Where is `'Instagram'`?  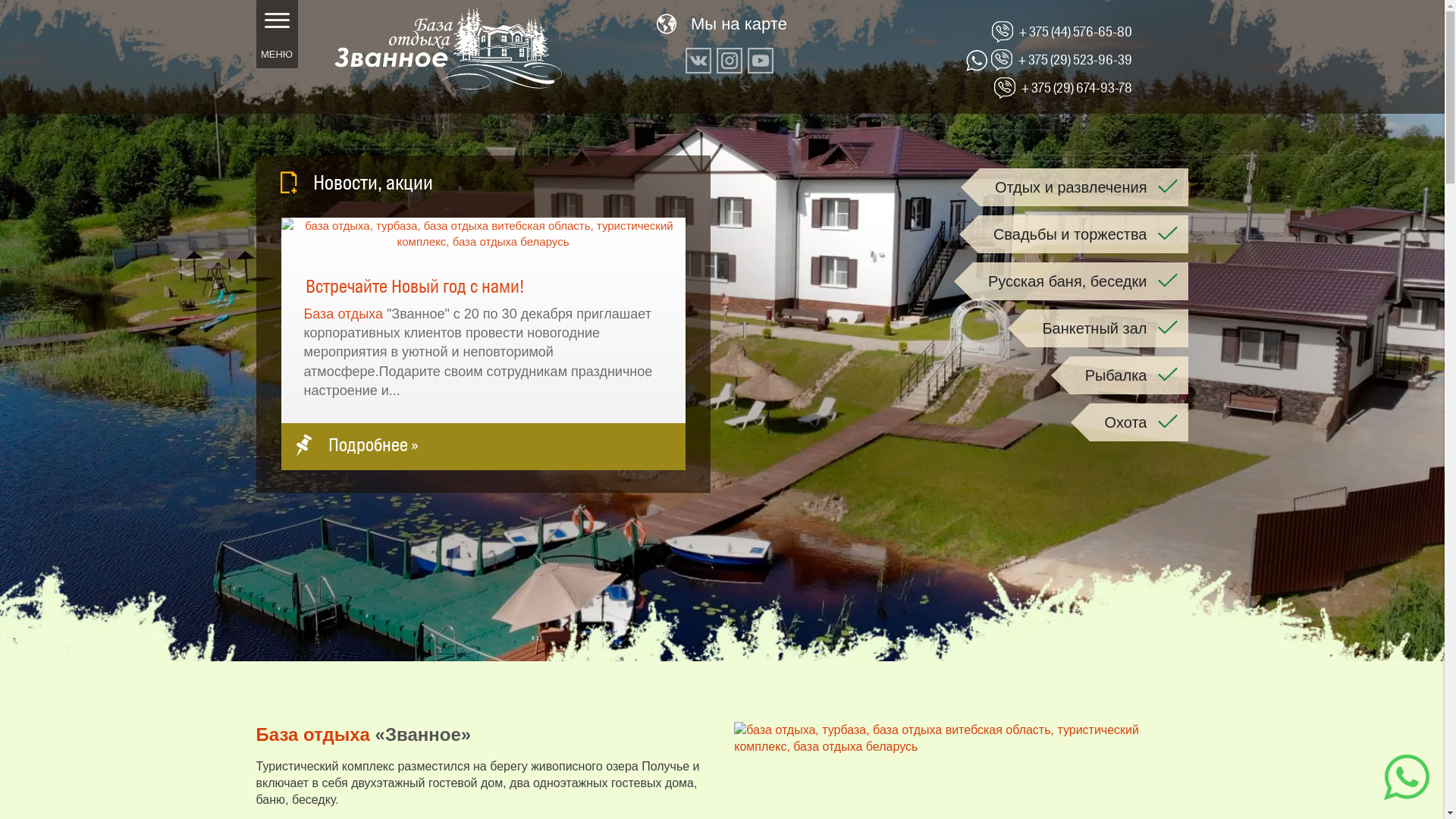
'Instagram' is located at coordinates (729, 60).